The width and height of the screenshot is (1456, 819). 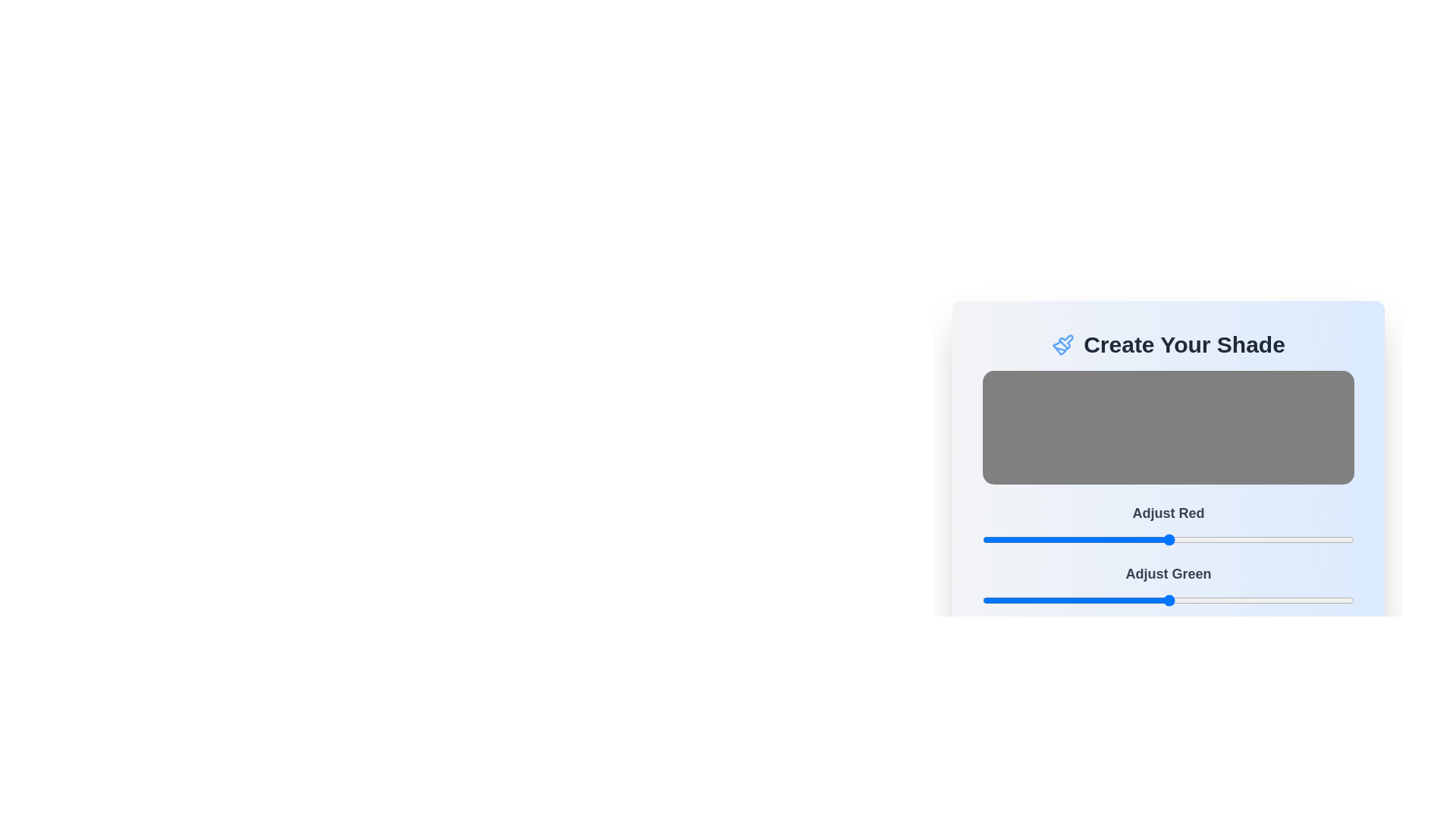 What do you see at coordinates (1233, 539) in the screenshot?
I see `the red color slider to 172` at bounding box center [1233, 539].